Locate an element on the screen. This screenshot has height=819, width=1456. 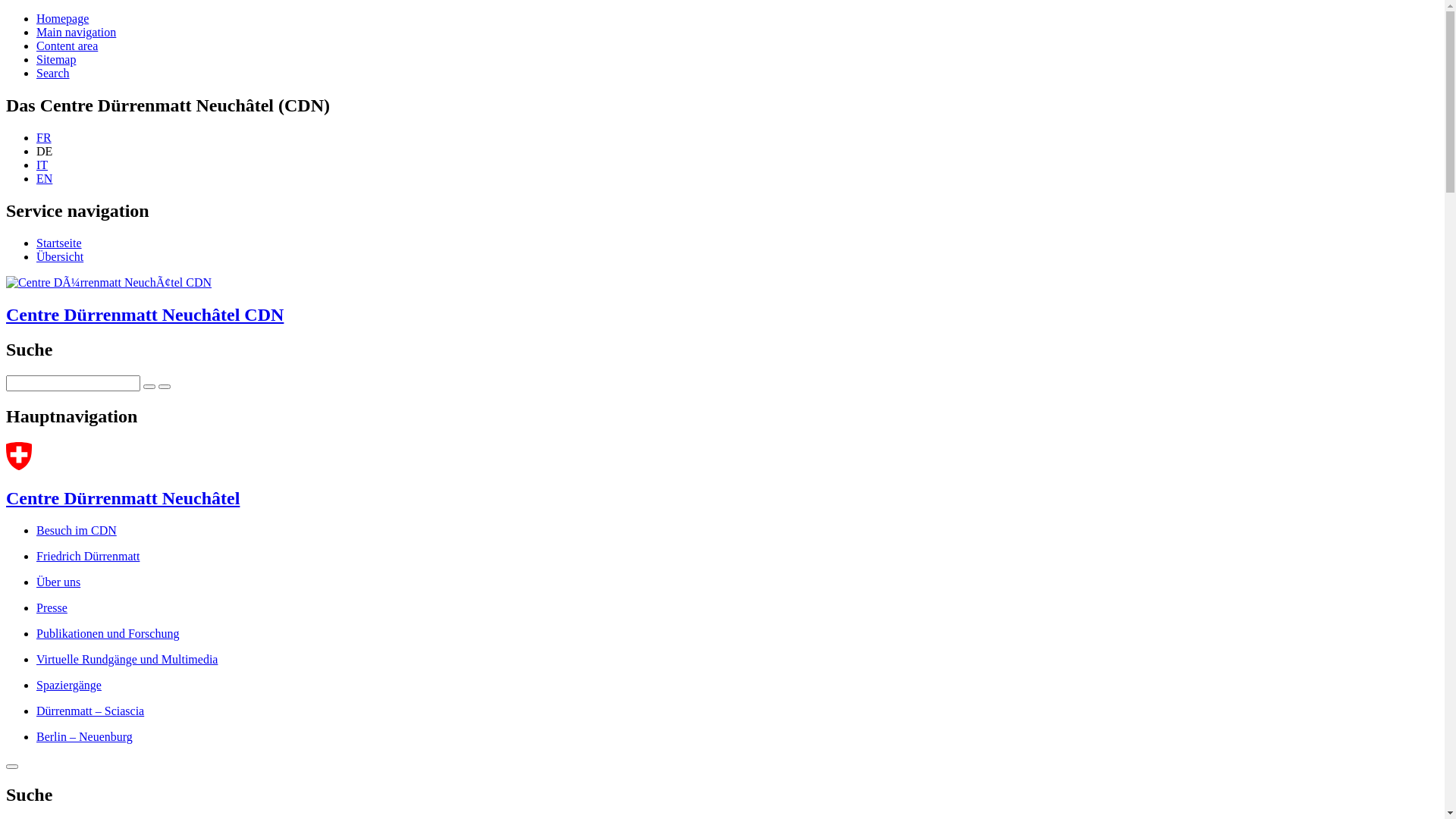
'Content area' is located at coordinates (66, 45).